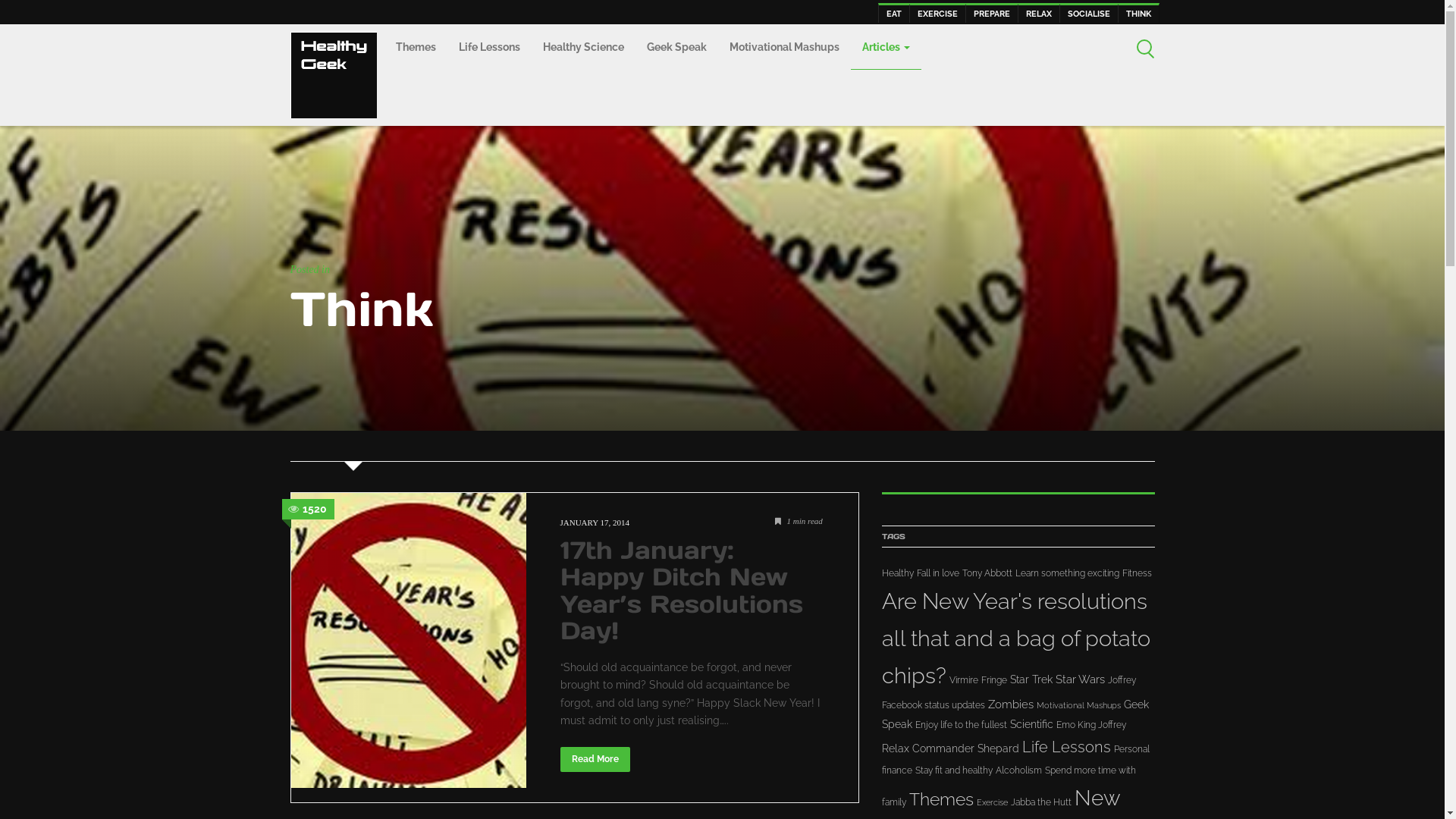 This screenshot has width=1456, height=819. Describe the element at coordinates (1031, 723) in the screenshot. I see `'Scientific'` at that location.